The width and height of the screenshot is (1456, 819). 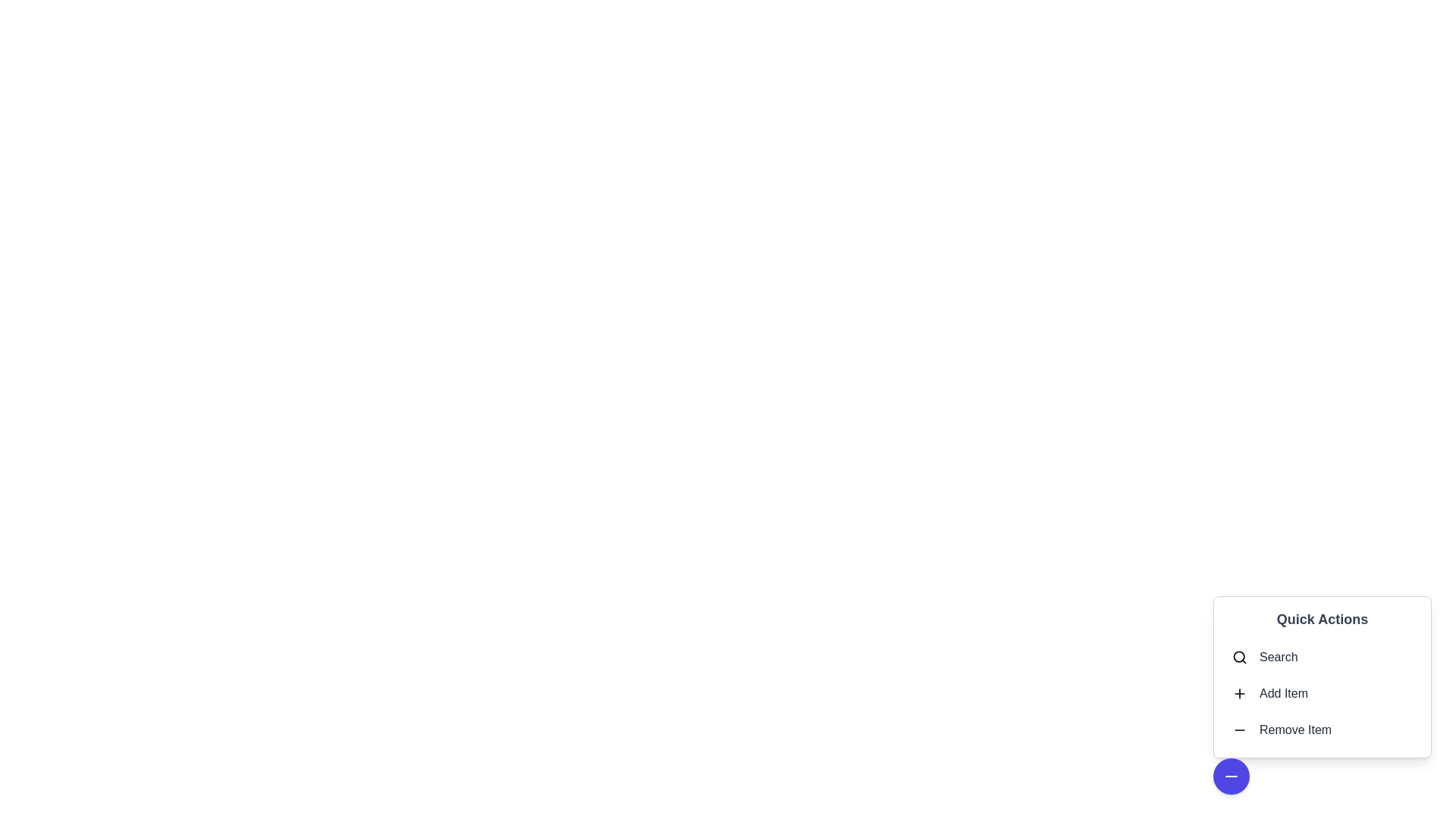 I want to click on the 'Remove Item' menu item located at the bottom of the 'Quick Actions' section, which features a minus icon on the left and dark gray text on the right, so click(x=1321, y=730).